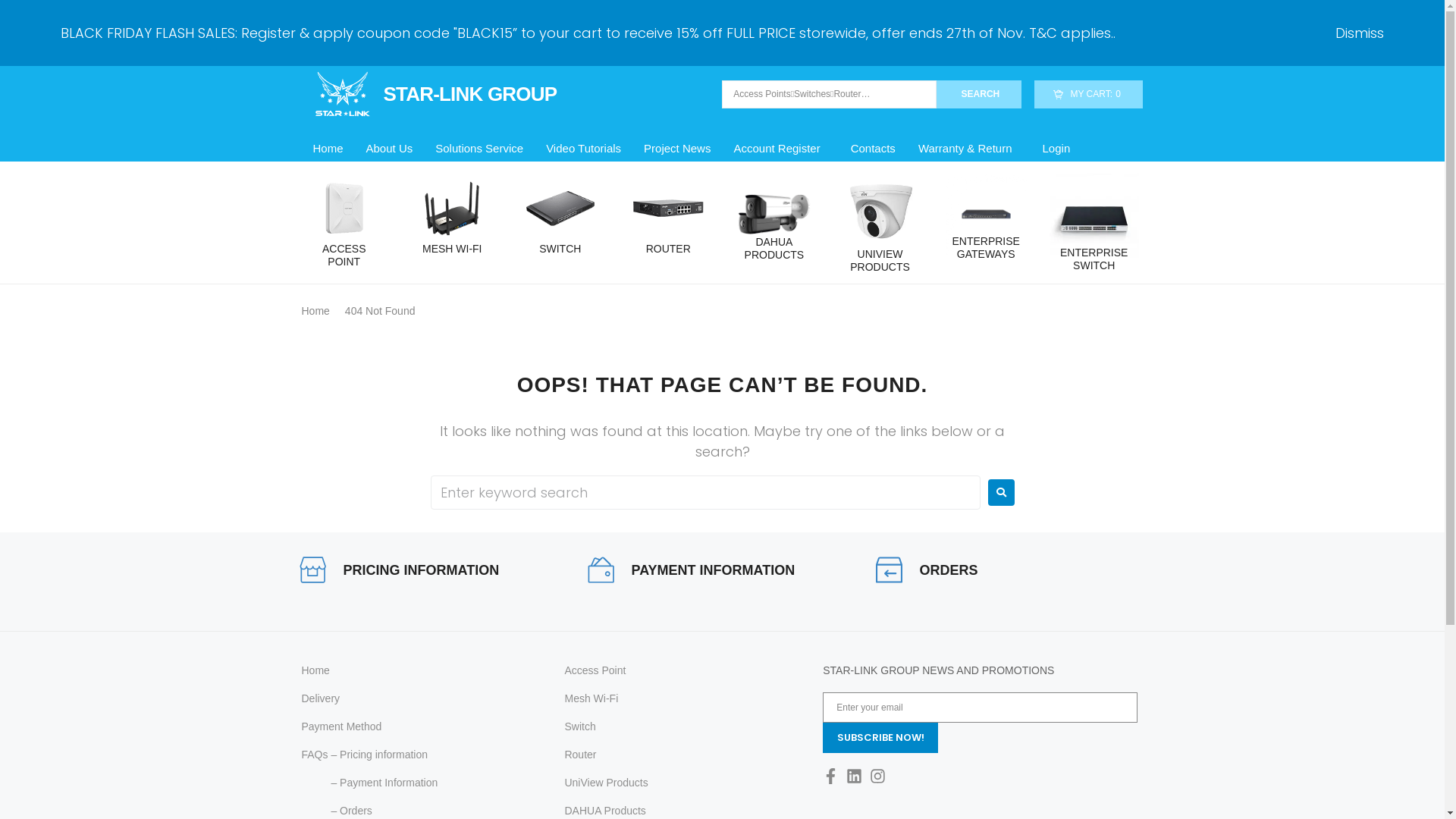  What do you see at coordinates (559, 248) in the screenshot?
I see `'SWITCH'` at bounding box center [559, 248].